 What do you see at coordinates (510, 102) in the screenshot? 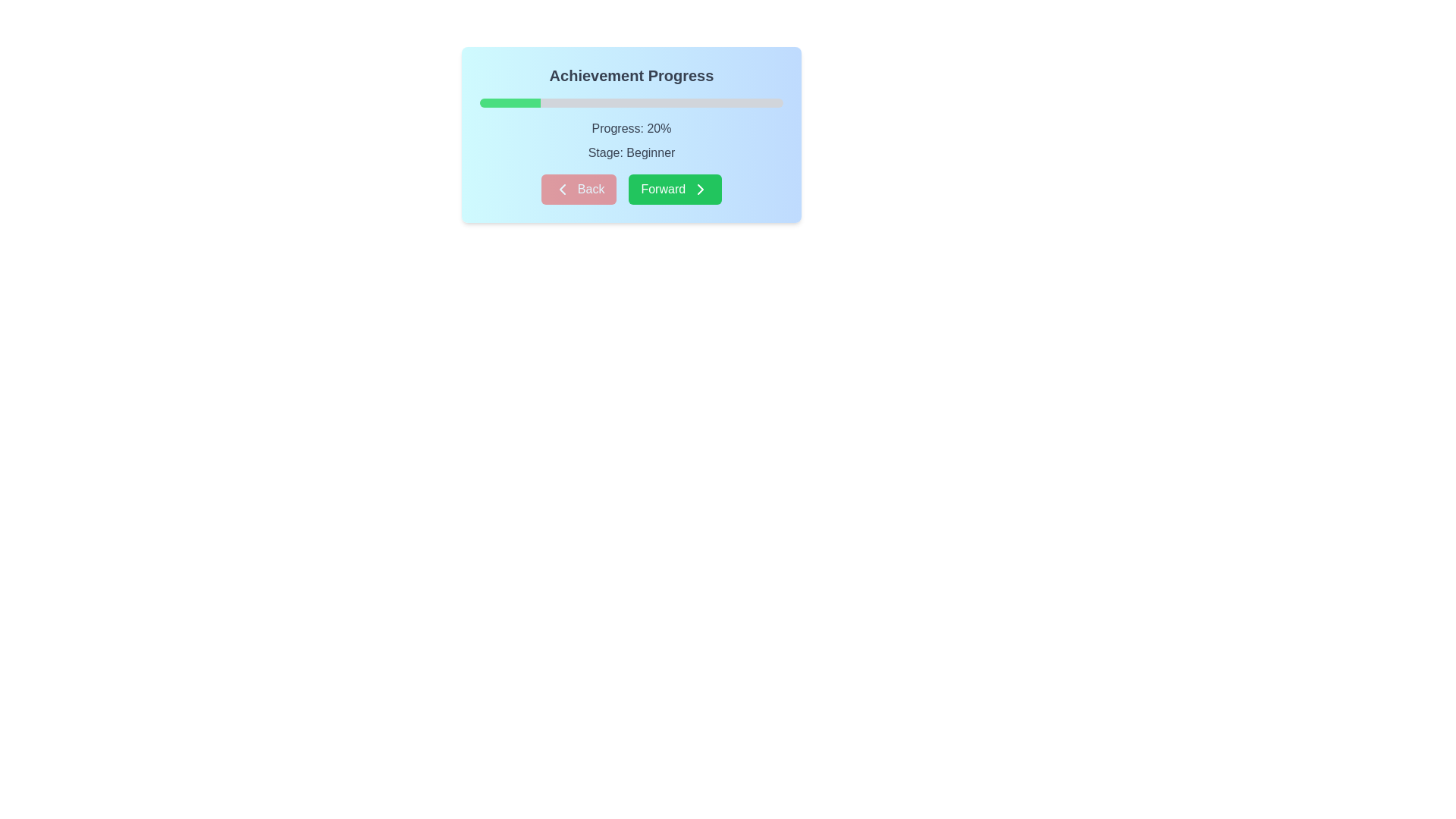
I see `the filled section of the progress bar indicating 20% completion under the 'Achievement Progress' heading` at bounding box center [510, 102].